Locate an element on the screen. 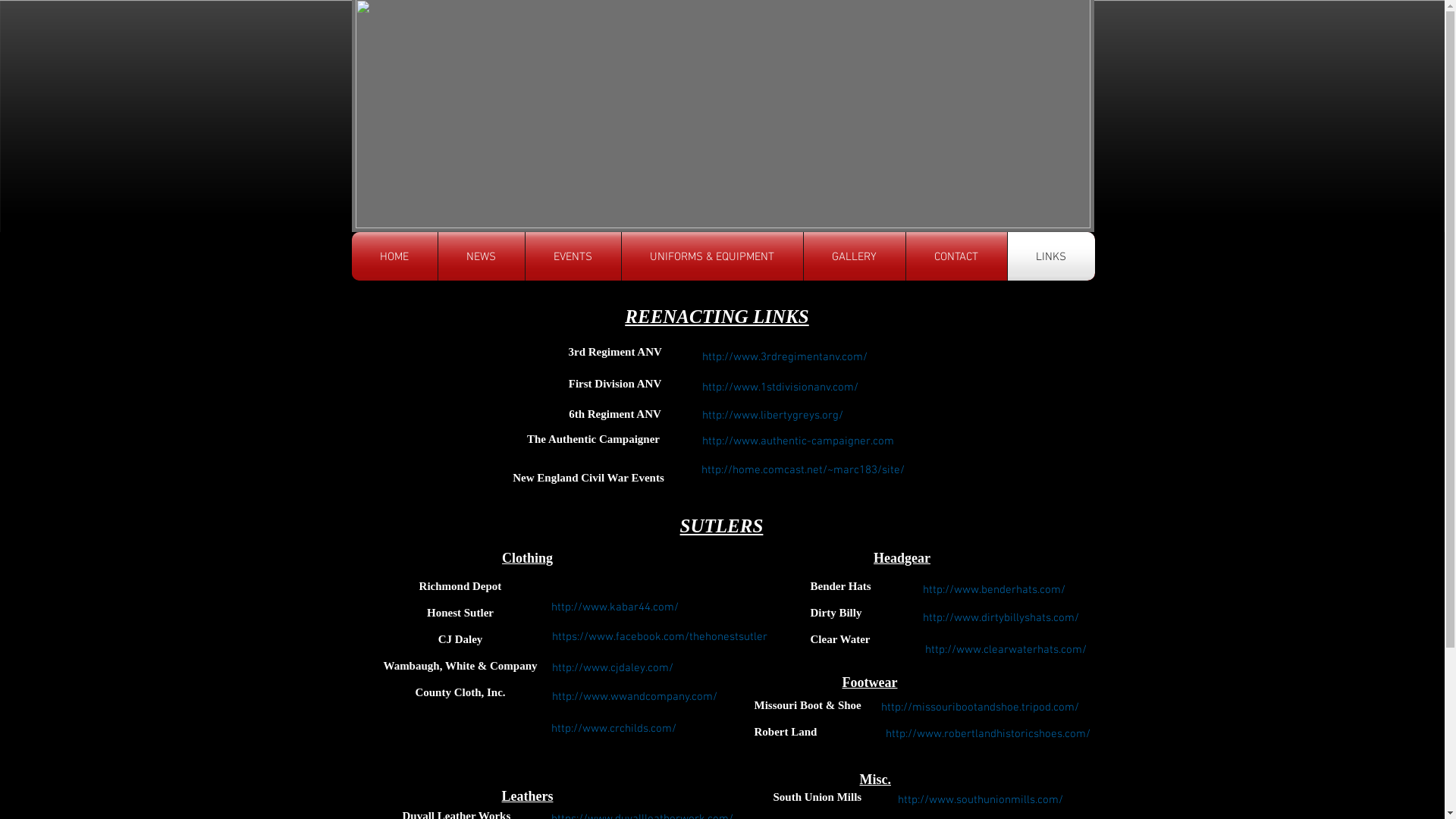 This screenshot has width=1456, height=819. 'http://www.southunionmills.com/' is located at coordinates (980, 798).